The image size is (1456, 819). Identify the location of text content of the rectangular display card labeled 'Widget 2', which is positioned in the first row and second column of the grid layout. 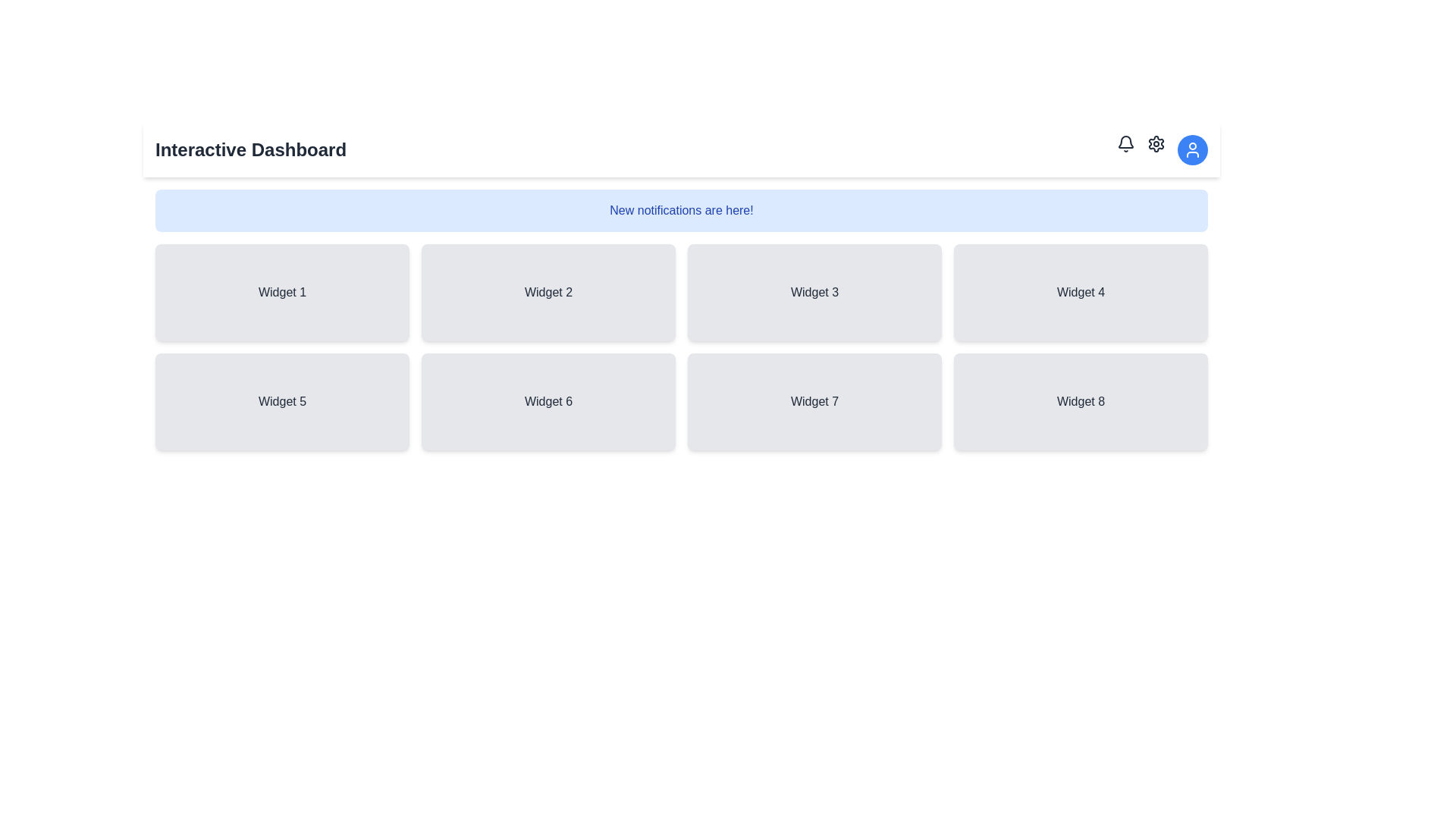
(548, 292).